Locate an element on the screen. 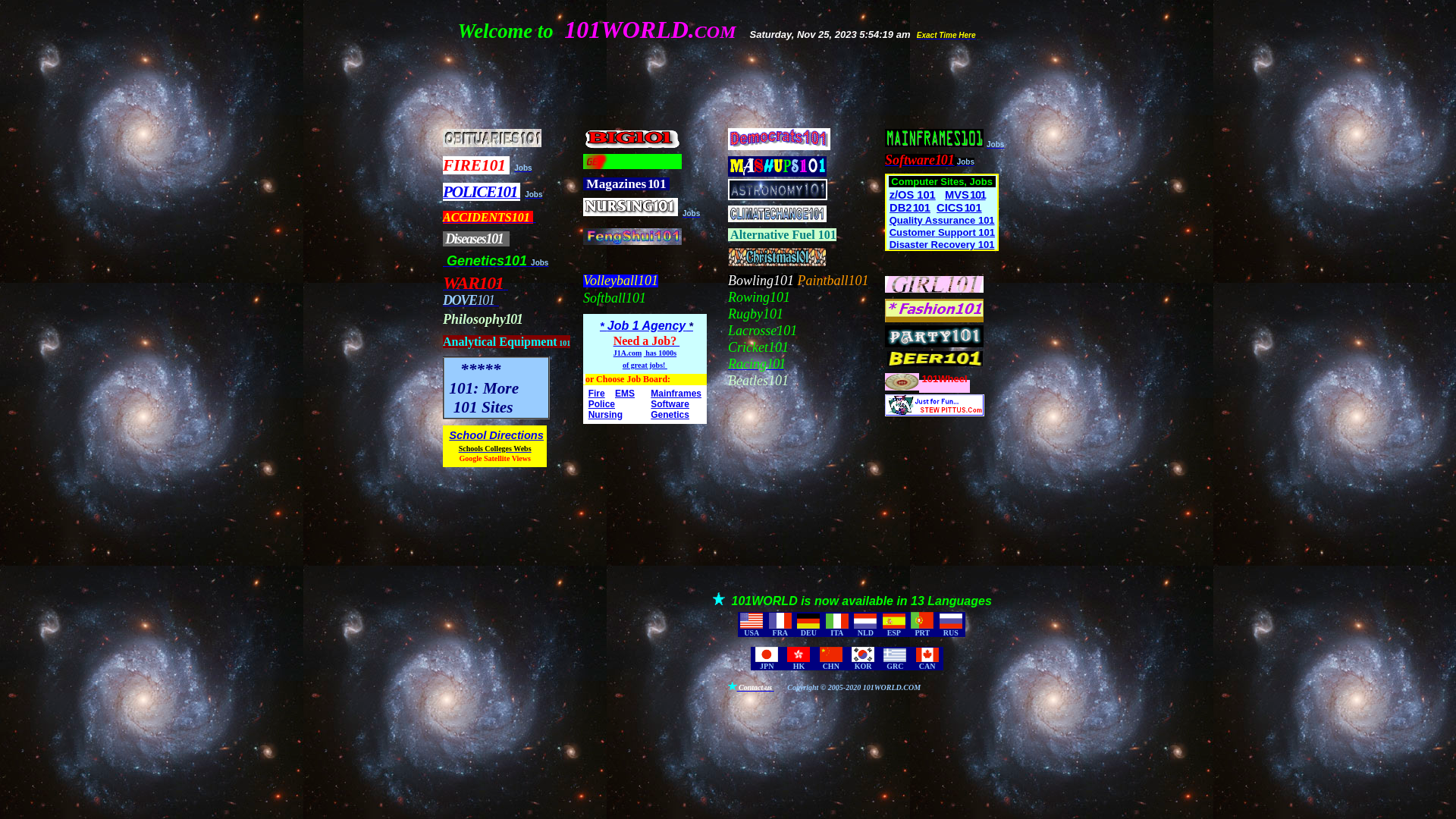  'GRC' is located at coordinates (895, 664).